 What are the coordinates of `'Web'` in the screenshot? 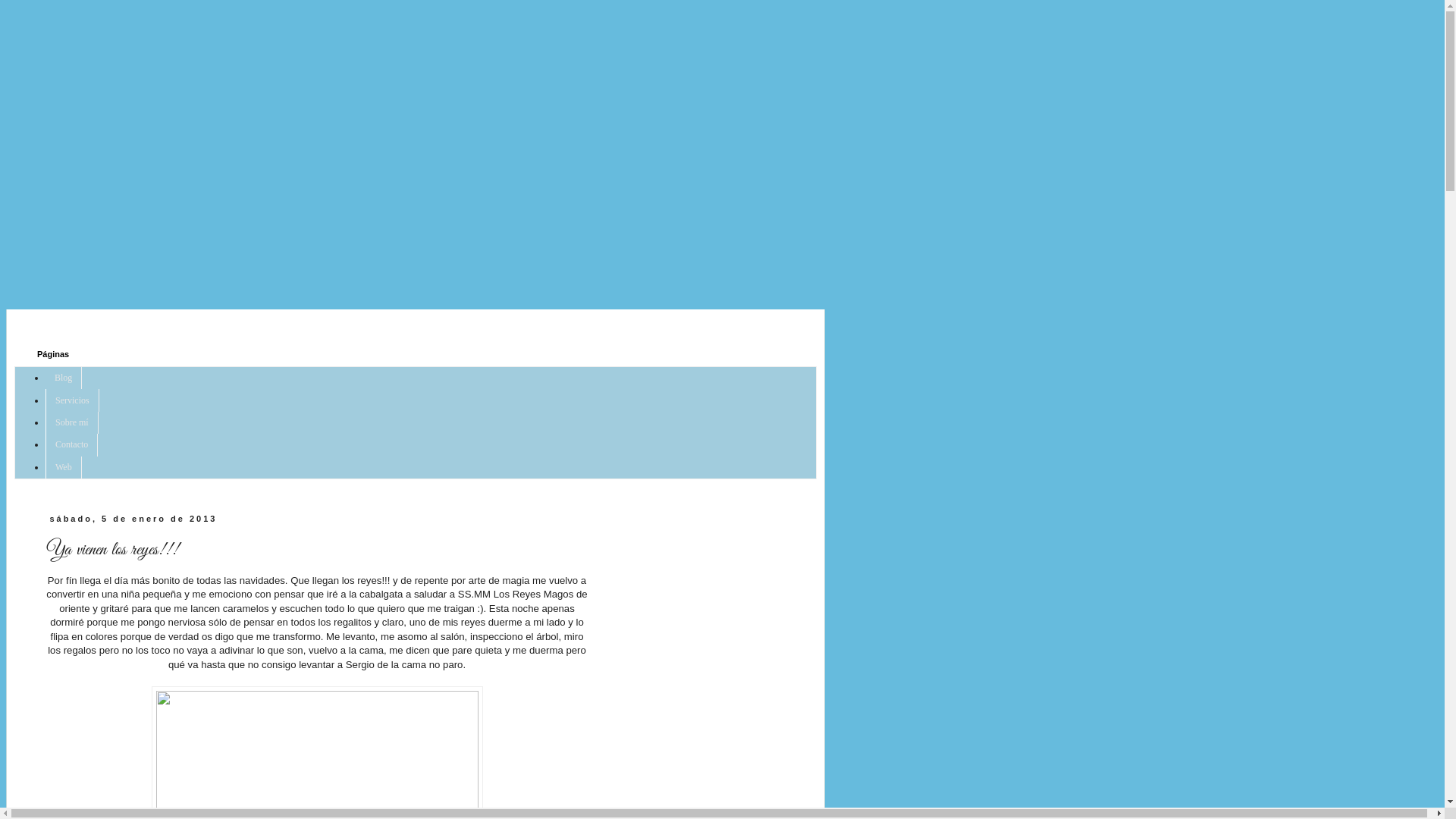 It's located at (62, 466).